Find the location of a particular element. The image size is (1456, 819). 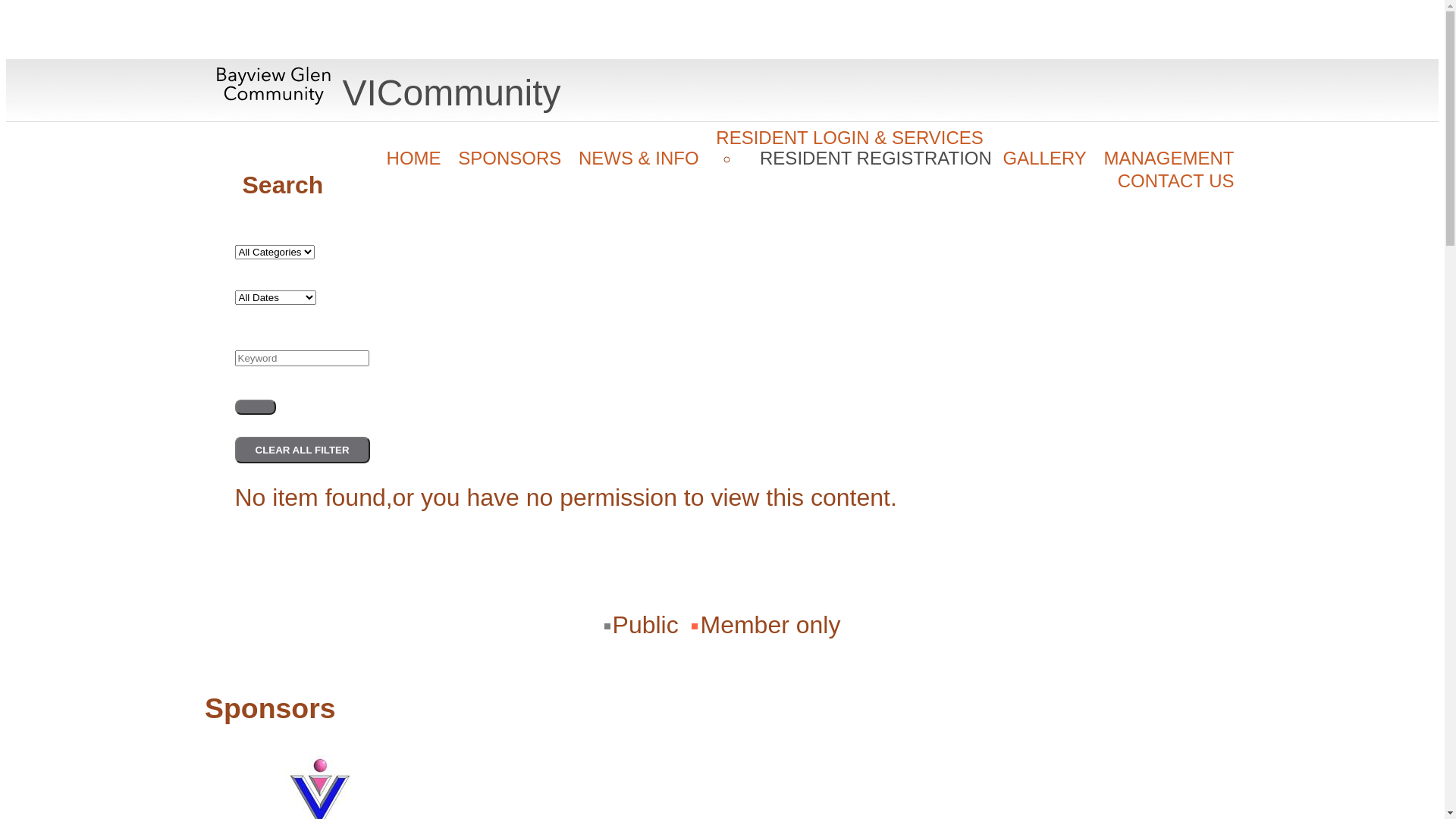

'HOME' is located at coordinates (414, 158).